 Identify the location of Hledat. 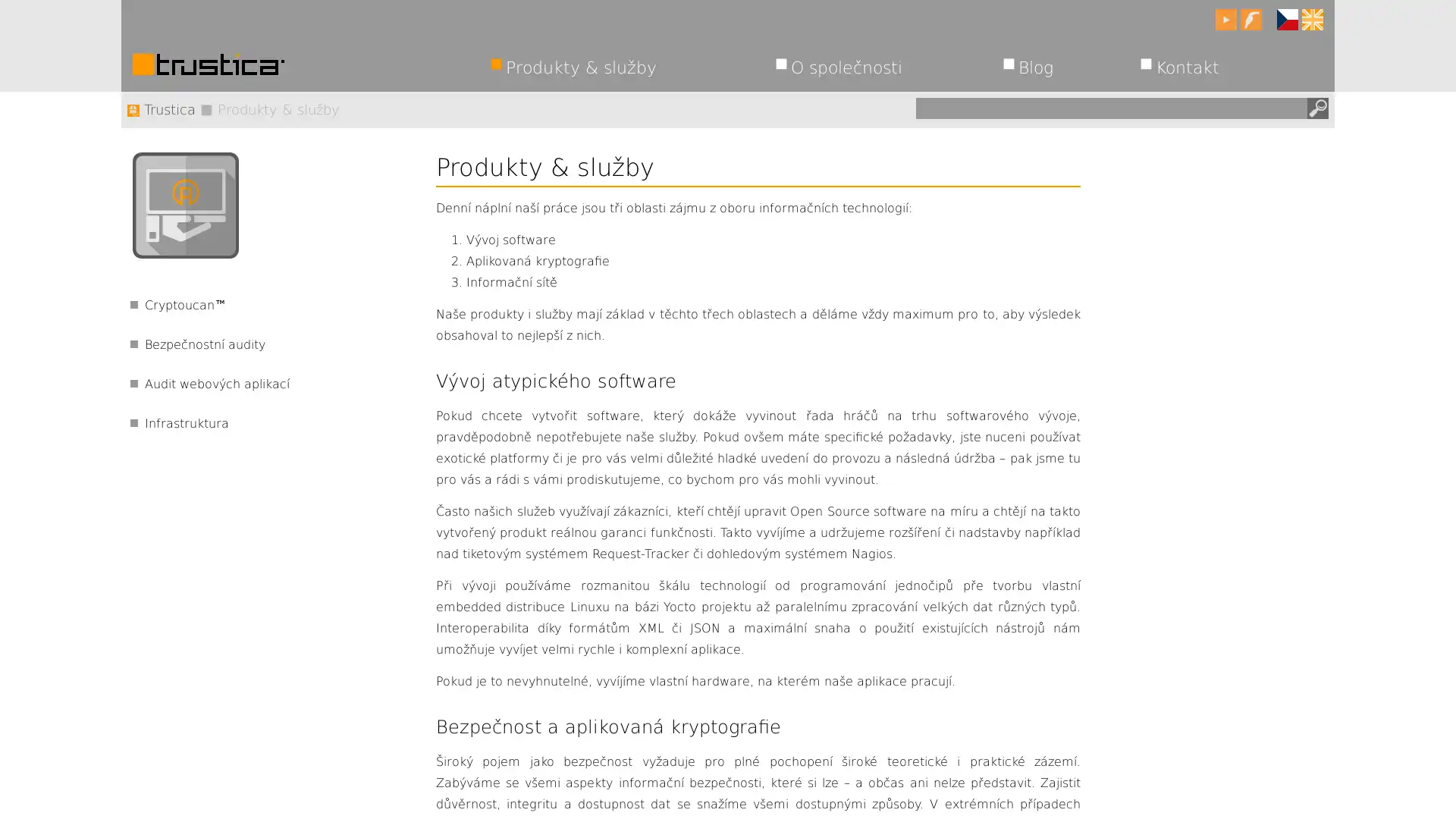
(1316, 107).